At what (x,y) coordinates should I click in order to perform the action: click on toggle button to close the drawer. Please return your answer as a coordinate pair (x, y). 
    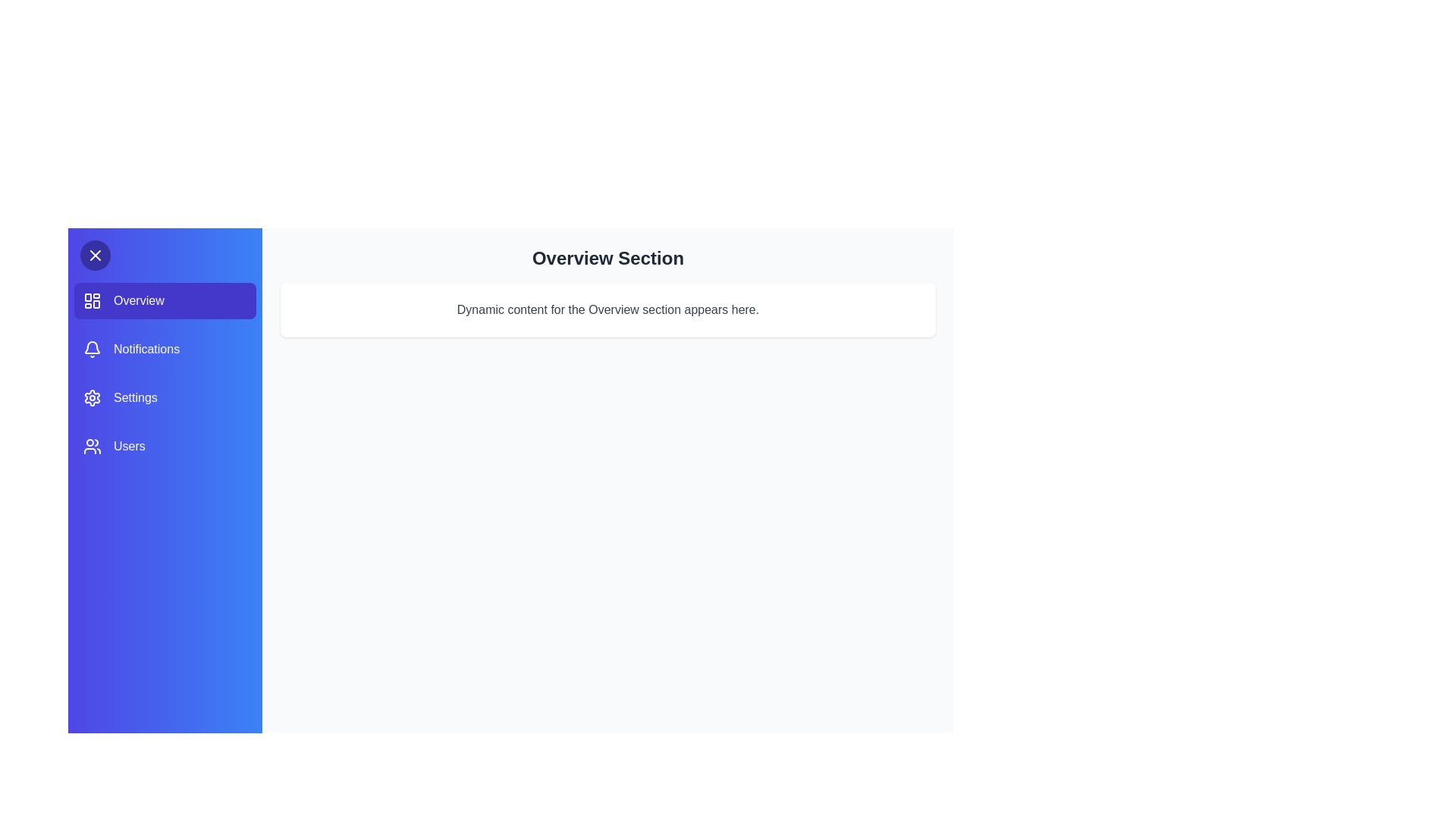
    Looking at the image, I should click on (94, 254).